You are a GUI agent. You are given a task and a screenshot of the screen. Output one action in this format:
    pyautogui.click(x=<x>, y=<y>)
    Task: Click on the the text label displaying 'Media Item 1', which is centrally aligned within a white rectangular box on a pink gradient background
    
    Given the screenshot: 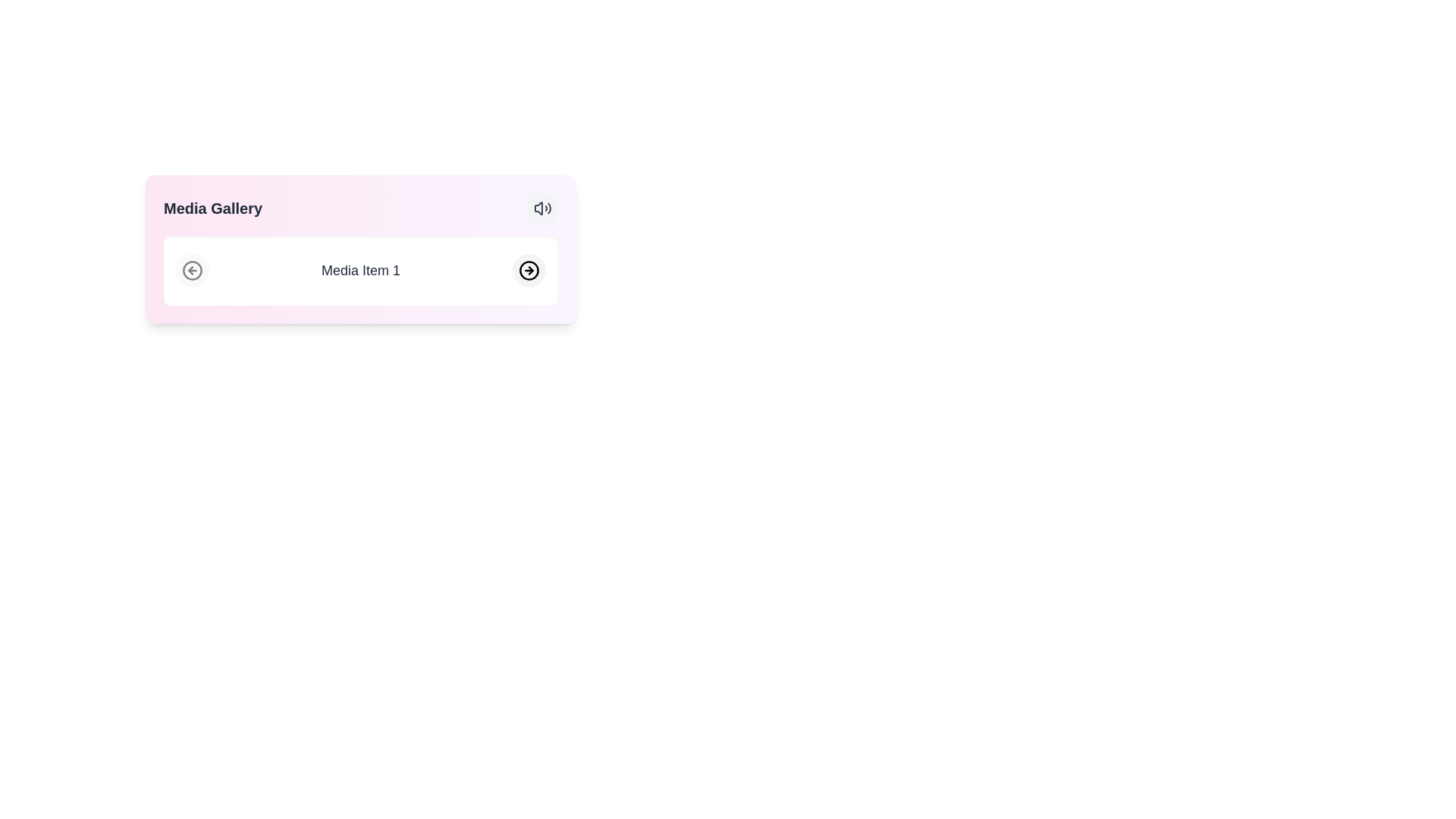 What is the action you would take?
    pyautogui.click(x=359, y=270)
    